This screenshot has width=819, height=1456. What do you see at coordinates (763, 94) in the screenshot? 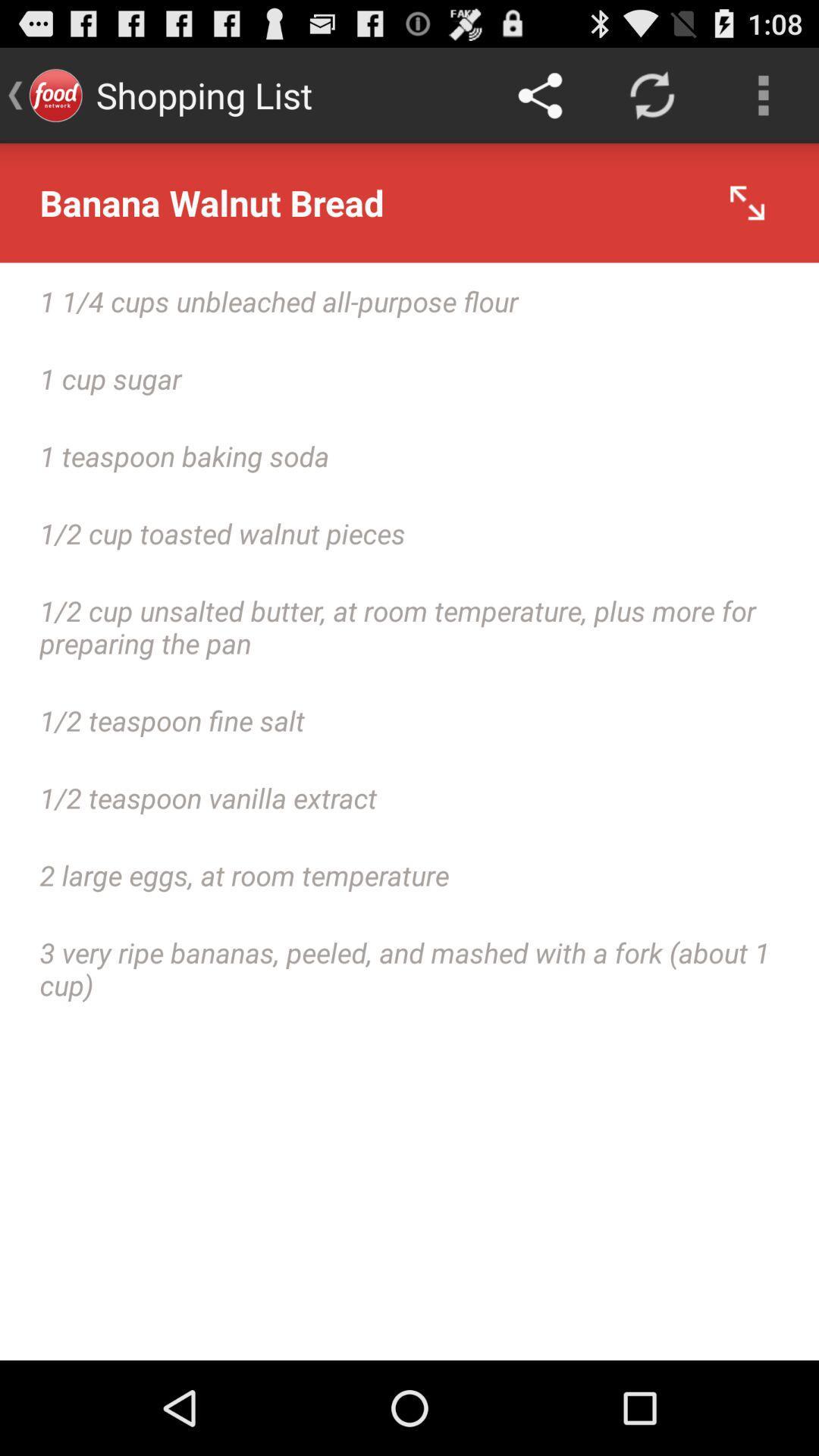
I see `the app above banana walnut bread` at bounding box center [763, 94].